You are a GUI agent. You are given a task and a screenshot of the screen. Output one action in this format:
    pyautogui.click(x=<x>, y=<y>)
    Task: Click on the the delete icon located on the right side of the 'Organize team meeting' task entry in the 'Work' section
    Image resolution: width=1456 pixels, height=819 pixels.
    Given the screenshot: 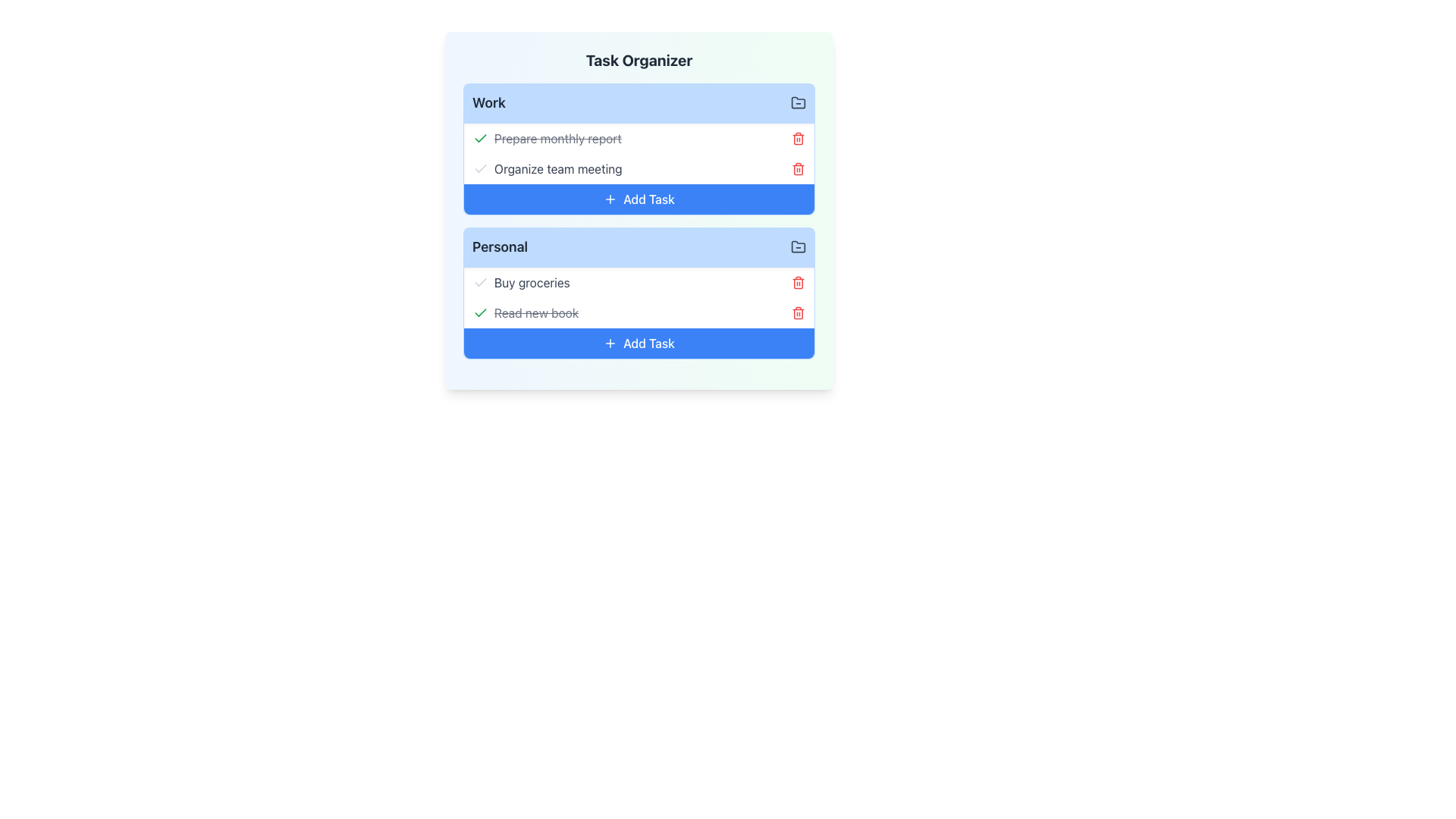 What is the action you would take?
    pyautogui.click(x=797, y=169)
    